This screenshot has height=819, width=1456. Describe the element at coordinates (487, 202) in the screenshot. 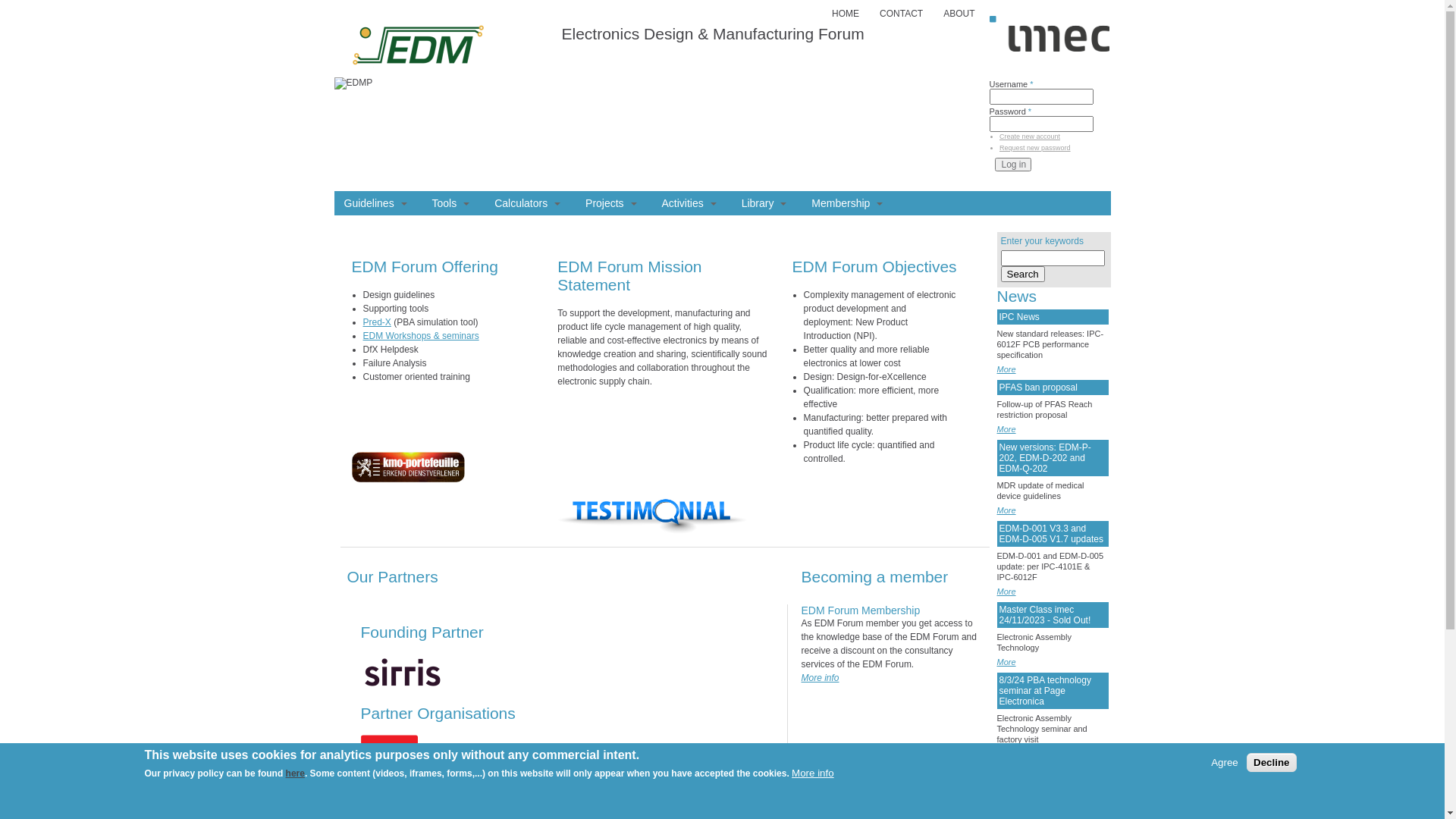

I see `'Calculators'` at that location.